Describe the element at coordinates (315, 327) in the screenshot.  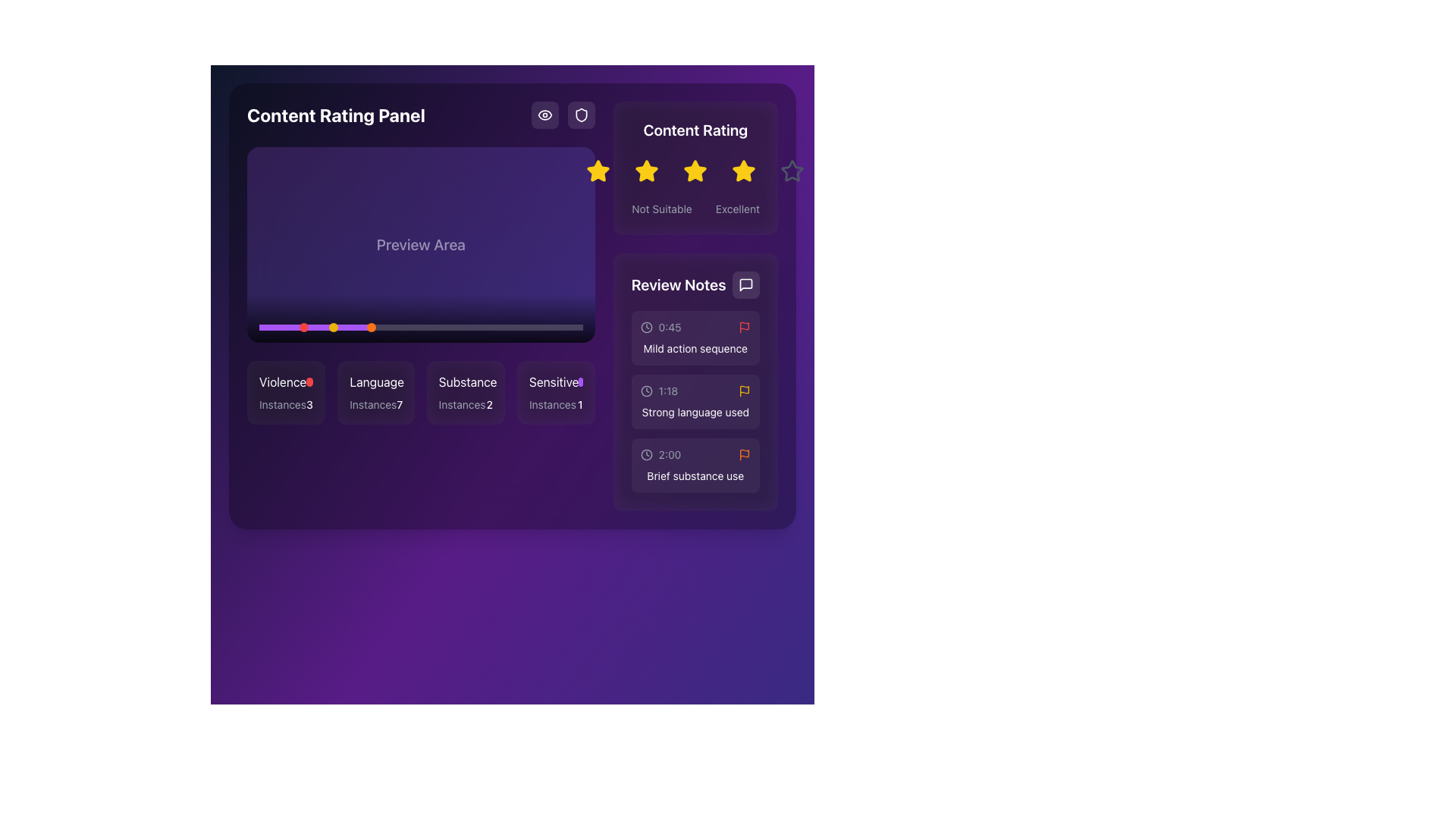
I see `the leftmost segment of the progress bar located near the bottom center of the panel` at that location.